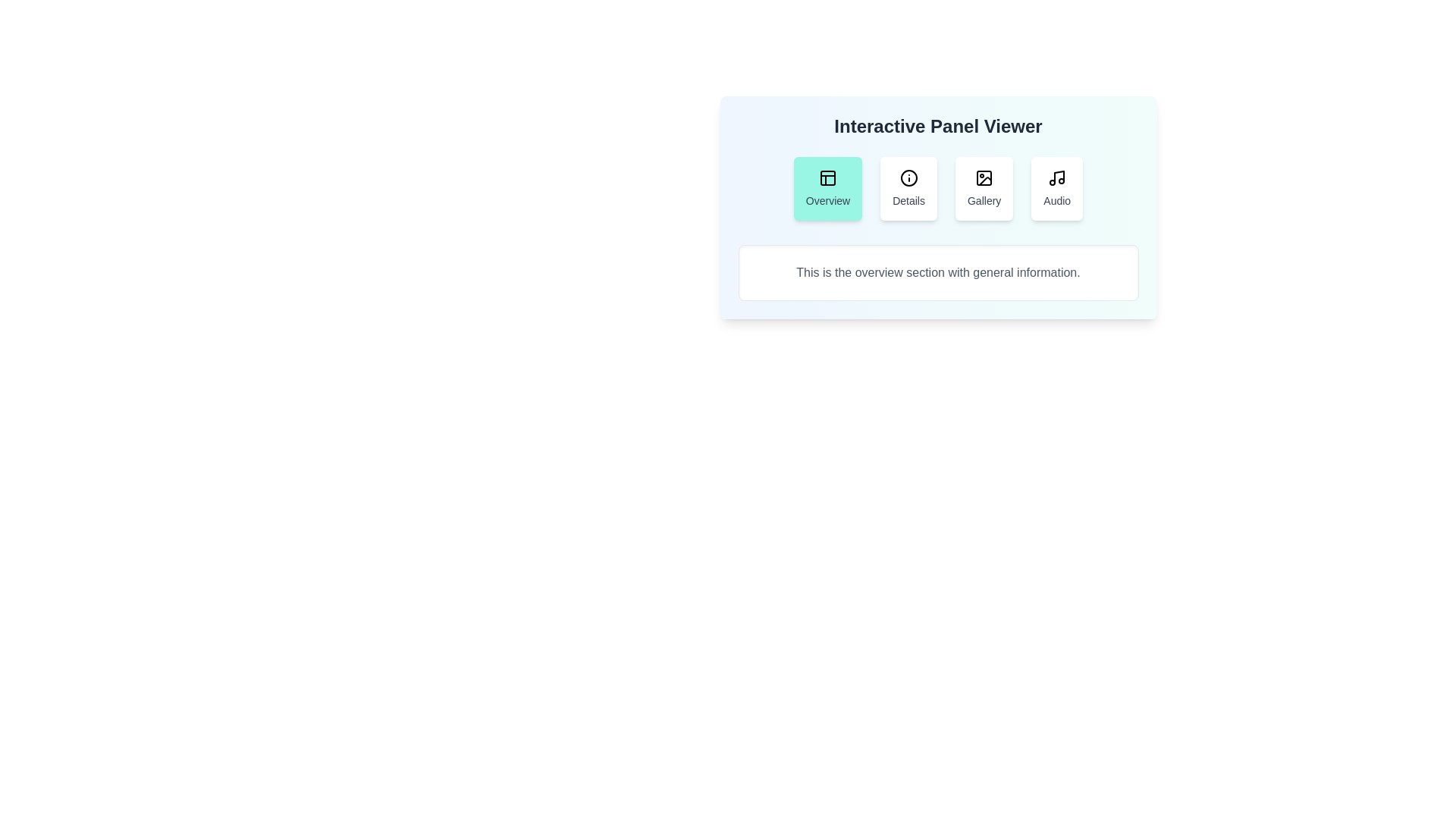 This screenshot has height=819, width=1456. What do you see at coordinates (827, 188) in the screenshot?
I see `the 'Overview' button, which is the first button in a horizontal row of buttons with a teal background and a black panel layout icon` at bounding box center [827, 188].